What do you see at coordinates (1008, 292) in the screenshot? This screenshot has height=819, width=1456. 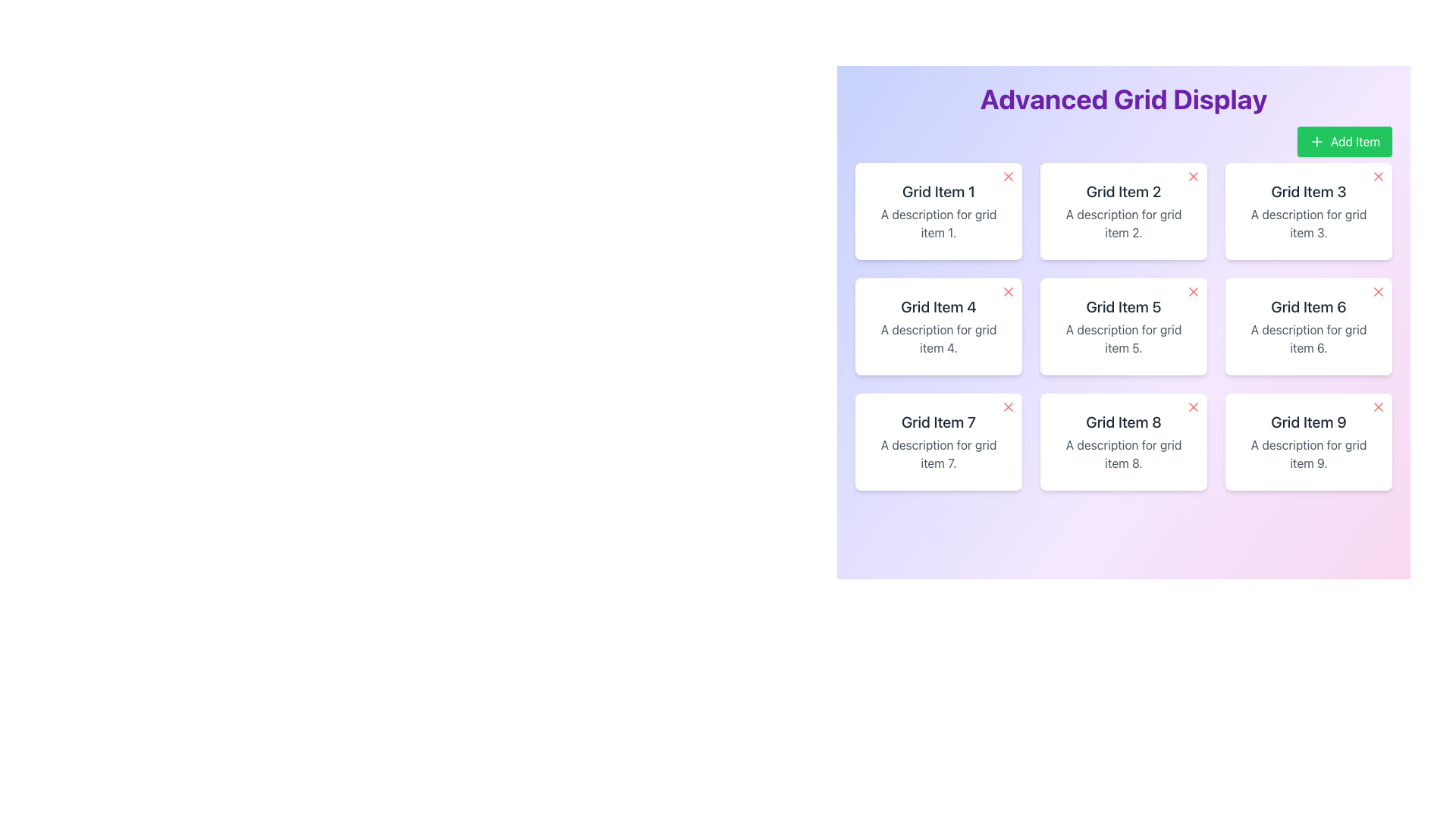 I see `the close button located at the top-right corner of the card labeled 'Grid Item 4'` at bounding box center [1008, 292].